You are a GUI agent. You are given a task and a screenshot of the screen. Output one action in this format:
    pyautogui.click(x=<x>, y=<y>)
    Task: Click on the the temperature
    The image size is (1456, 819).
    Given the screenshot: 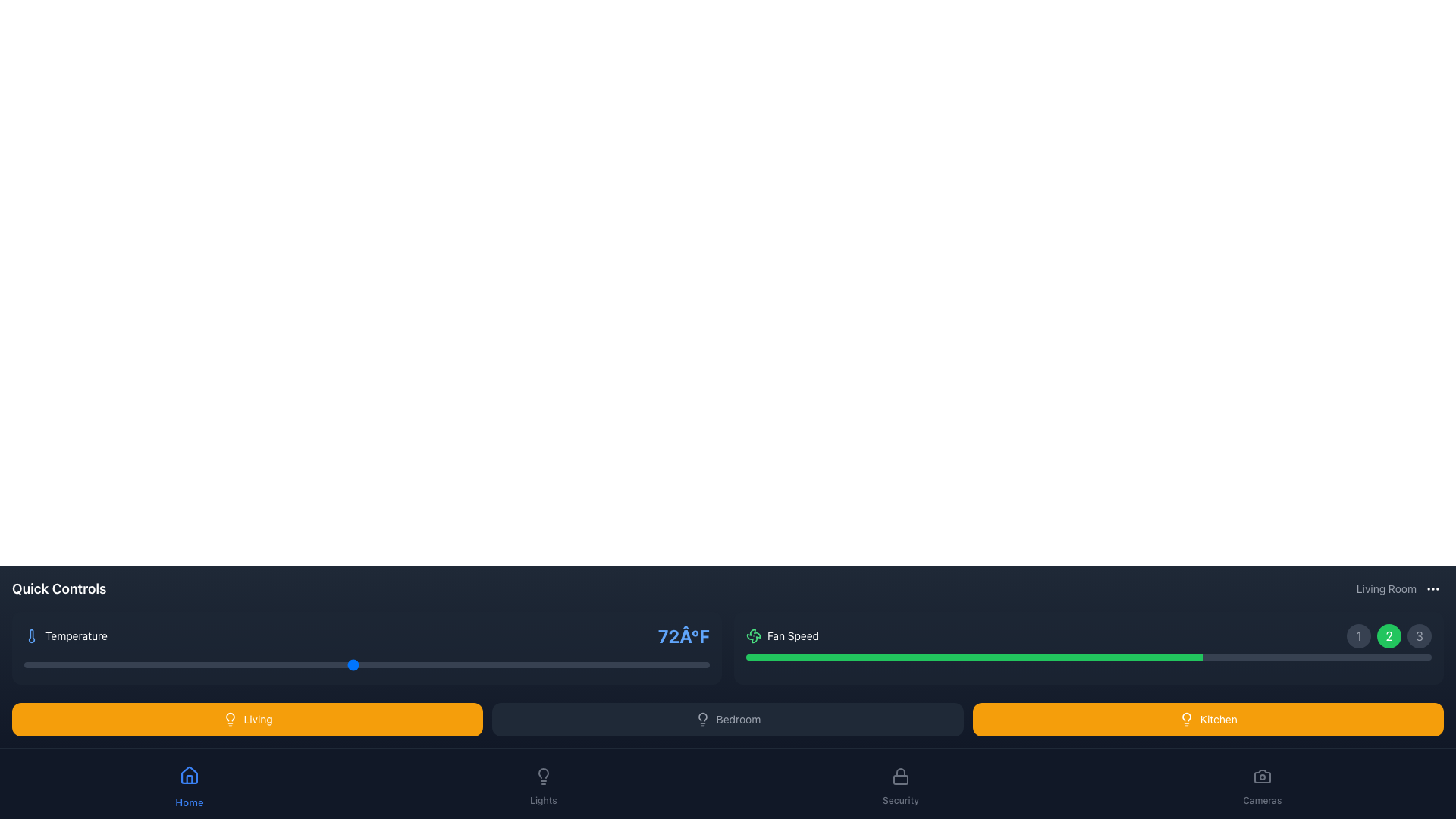 What is the action you would take?
    pyautogui.click(x=161, y=664)
    